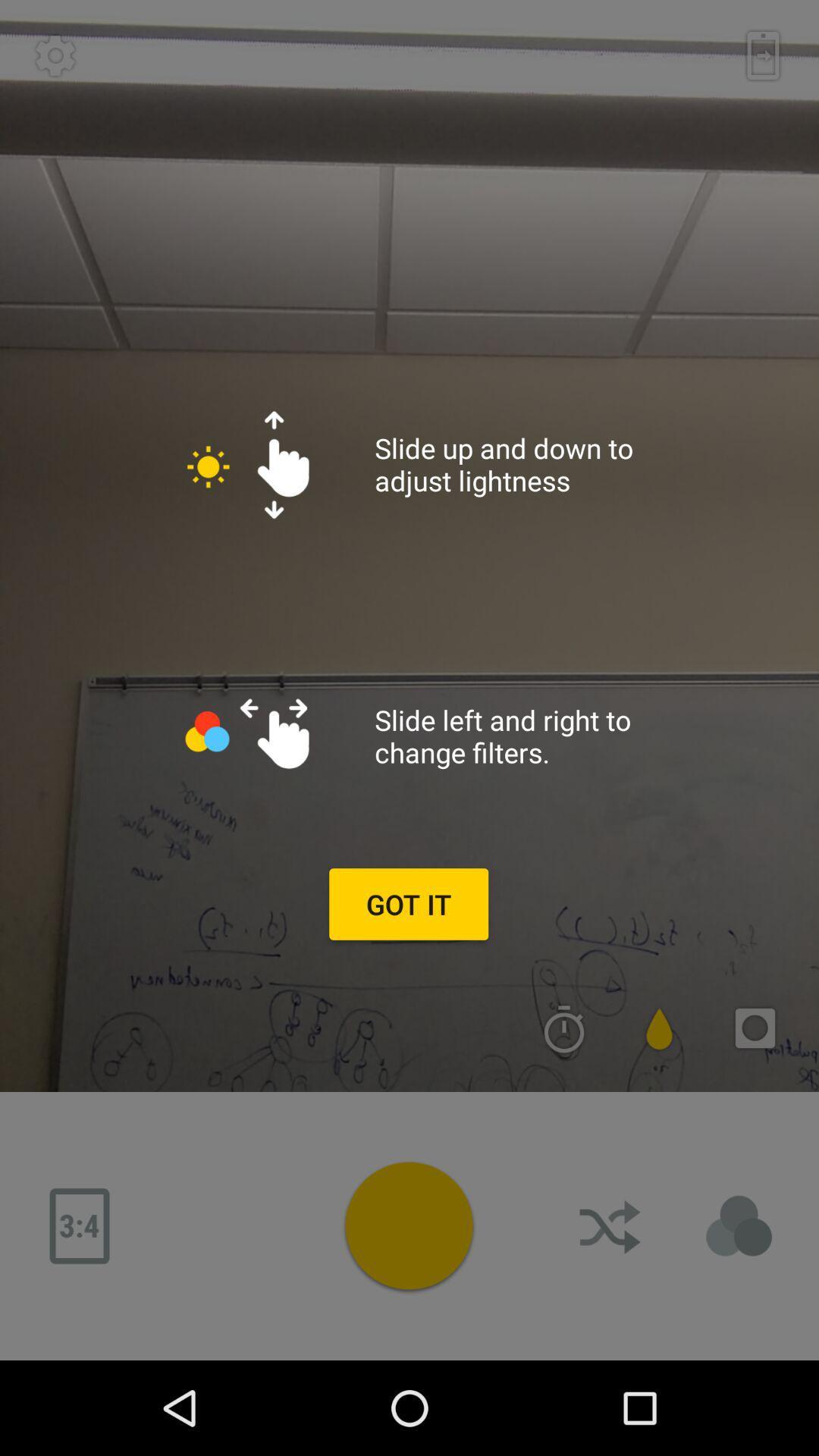  What do you see at coordinates (408, 1225) in the screenshot?
I see `the record` at bounding box center [408, 1225].